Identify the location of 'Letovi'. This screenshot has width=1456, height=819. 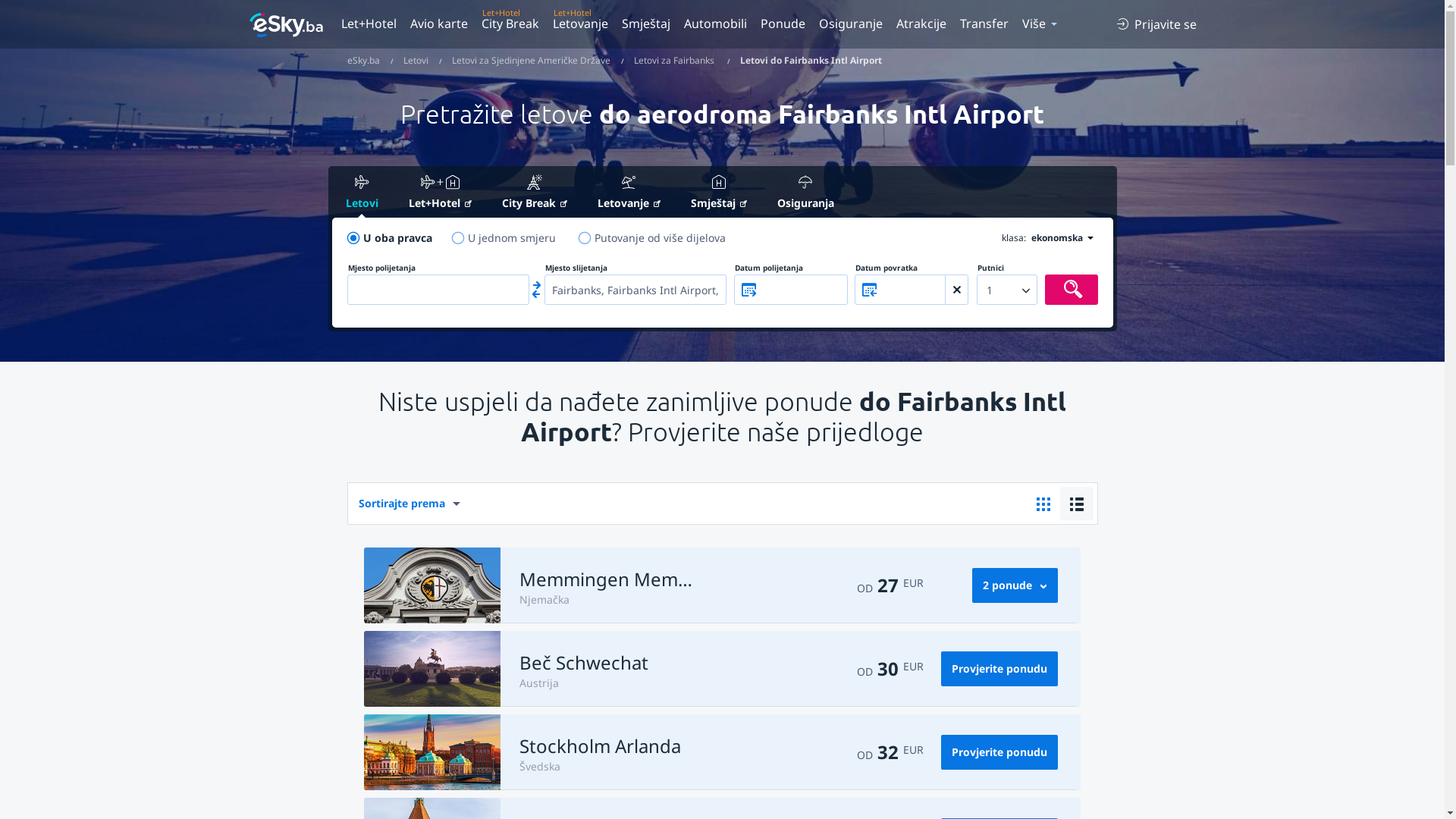
(416, 60).